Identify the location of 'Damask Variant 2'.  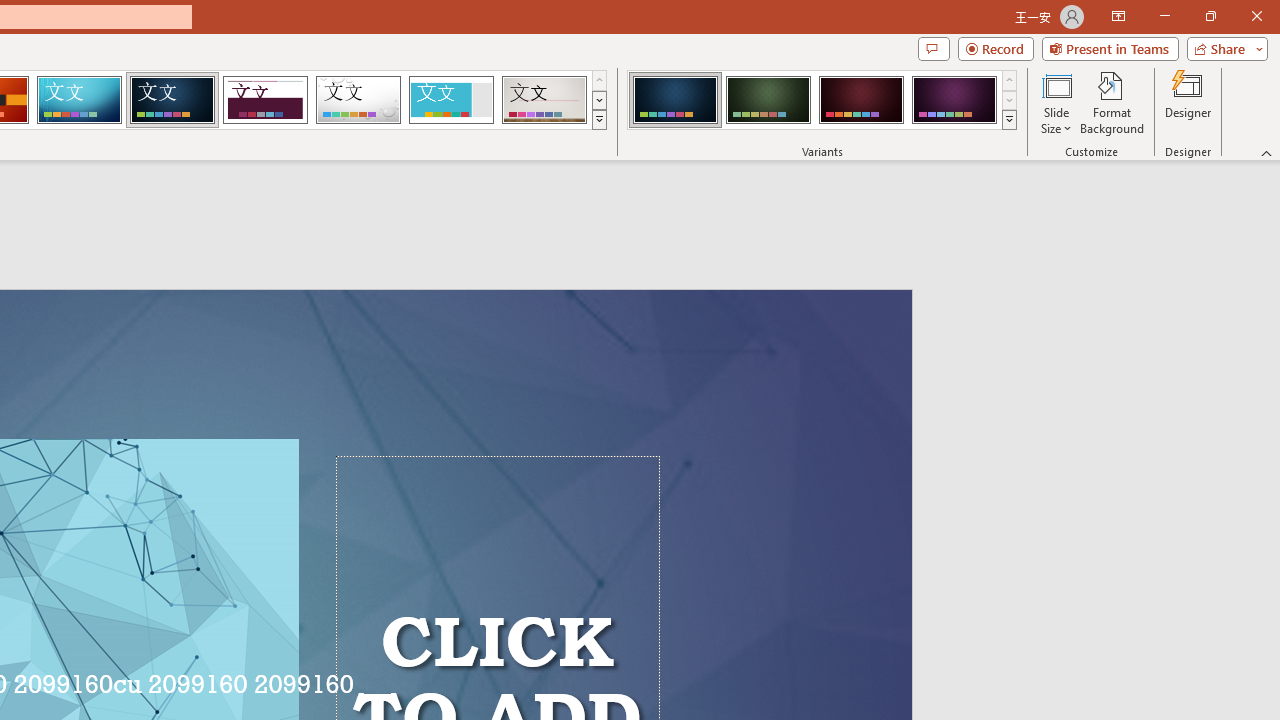
(767, 100).